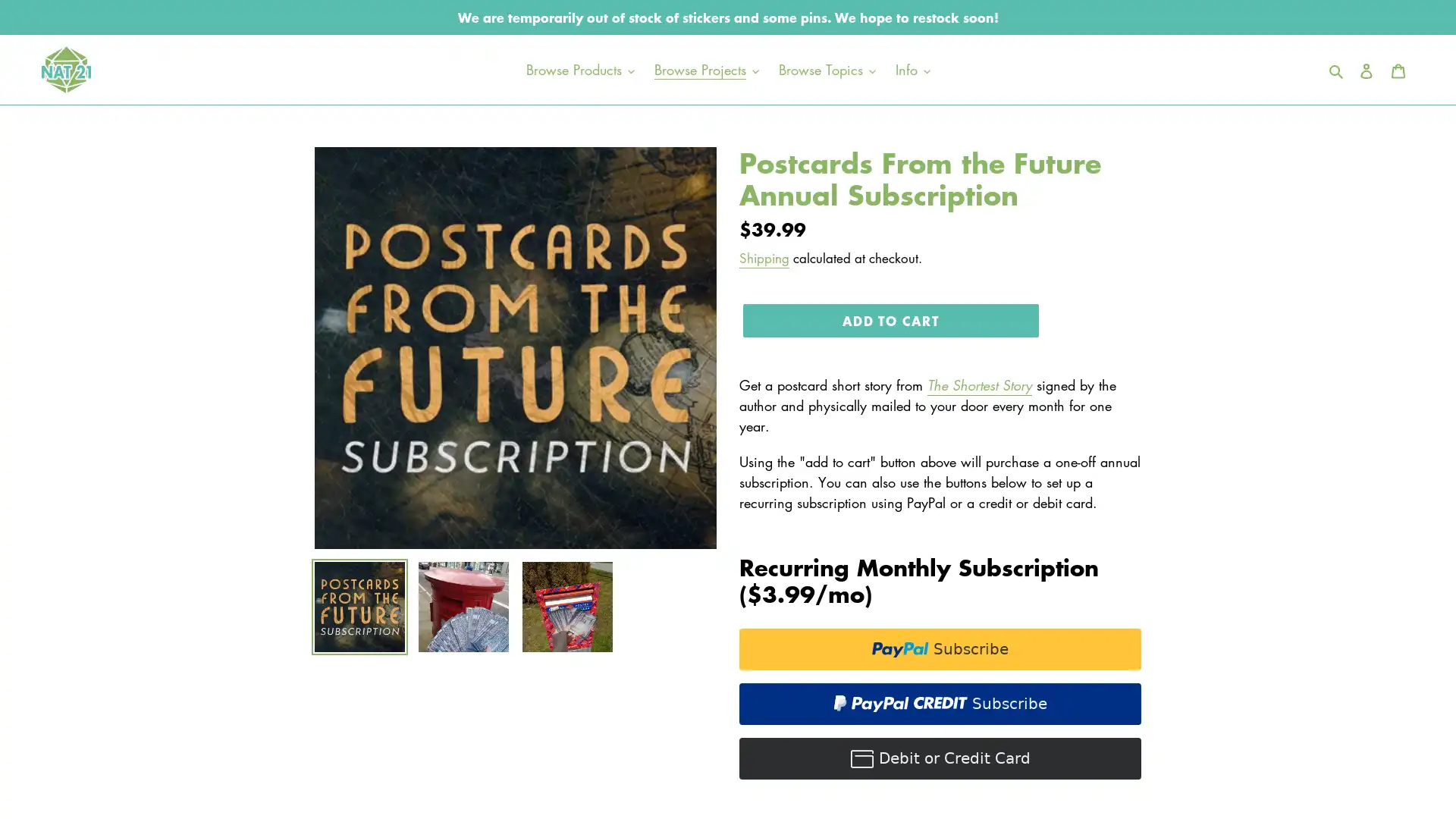 The height and width of the screenshot is (819, 1456). What do you see at coordinates (705, 69) in the screenshot?
I see `Browse Projects` at bounding box center [705, 69].